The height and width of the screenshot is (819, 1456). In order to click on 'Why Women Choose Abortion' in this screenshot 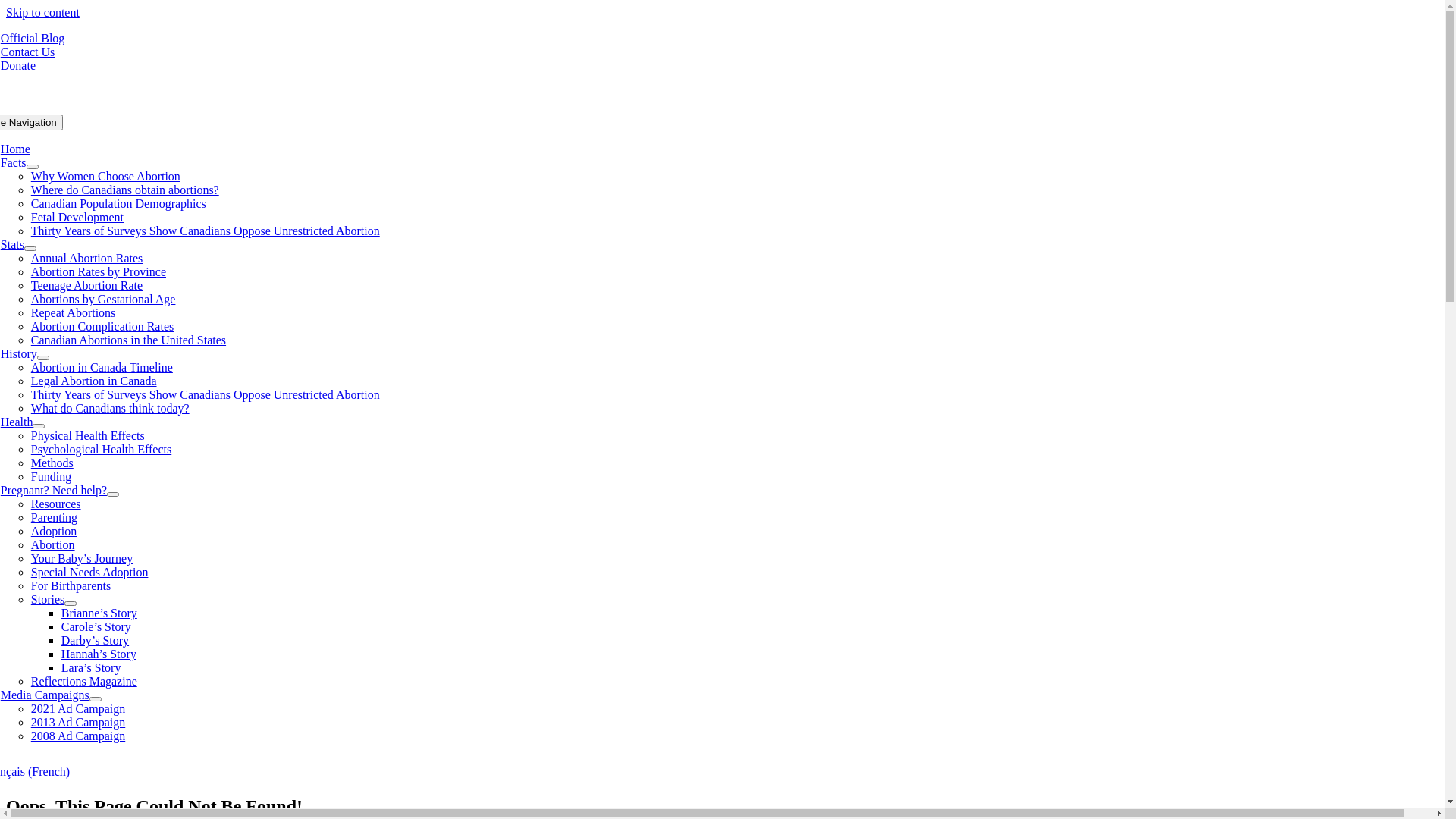, I will do `click(31, 175)`.